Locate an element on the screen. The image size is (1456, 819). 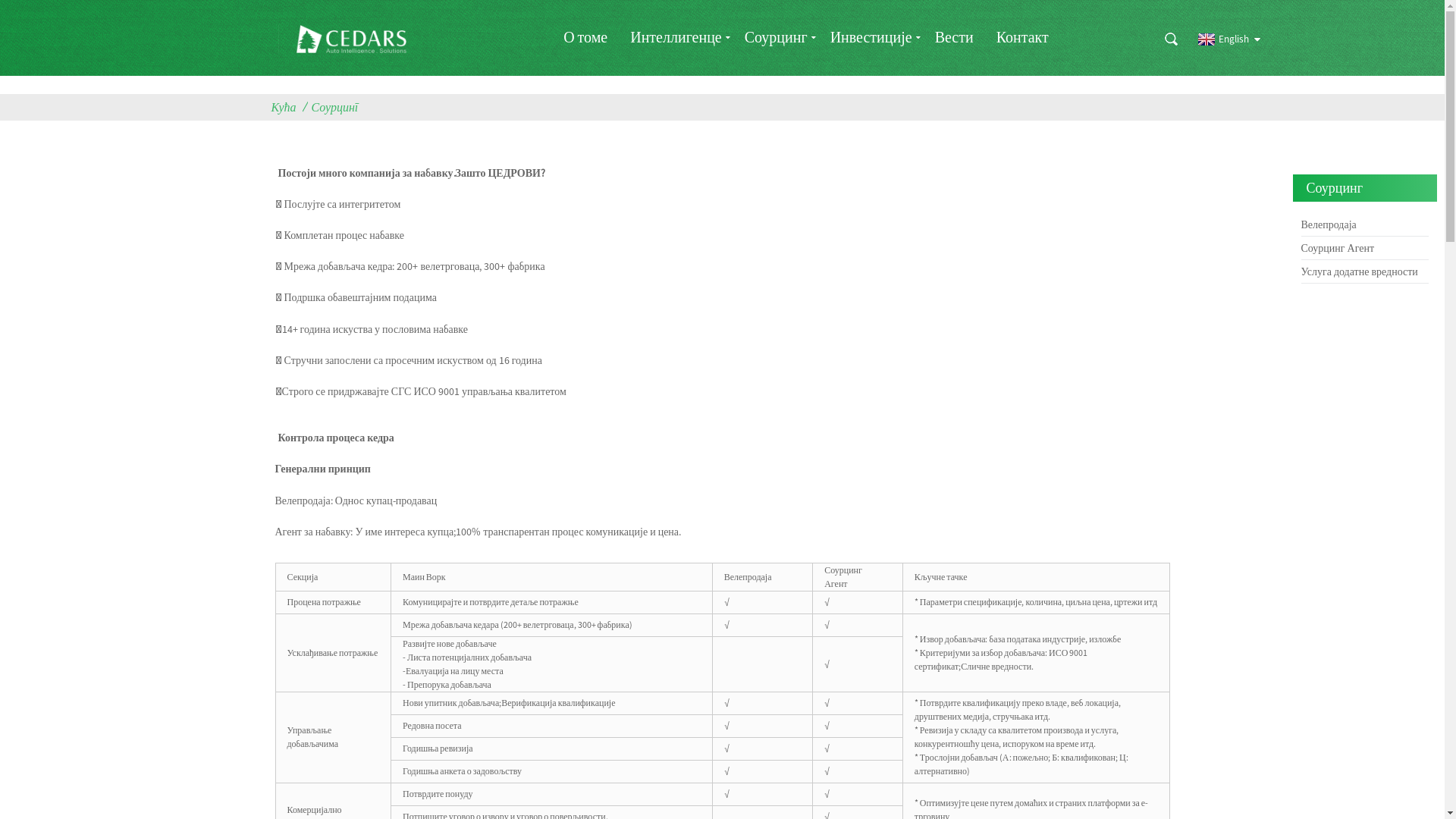
'English' is located at coordinates (1220, 38).